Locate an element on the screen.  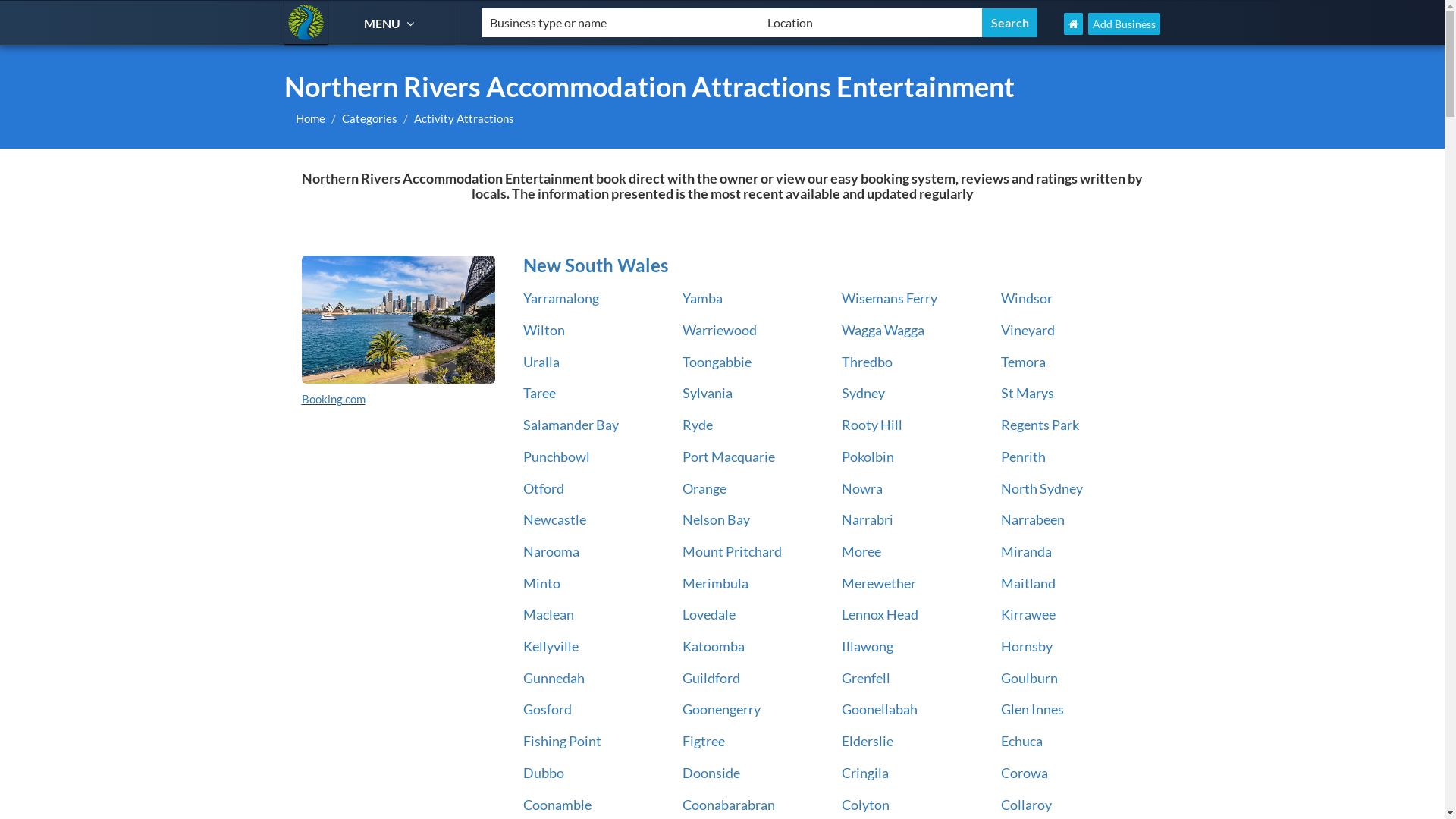
'Moree' is located at coordinates (861, 551).